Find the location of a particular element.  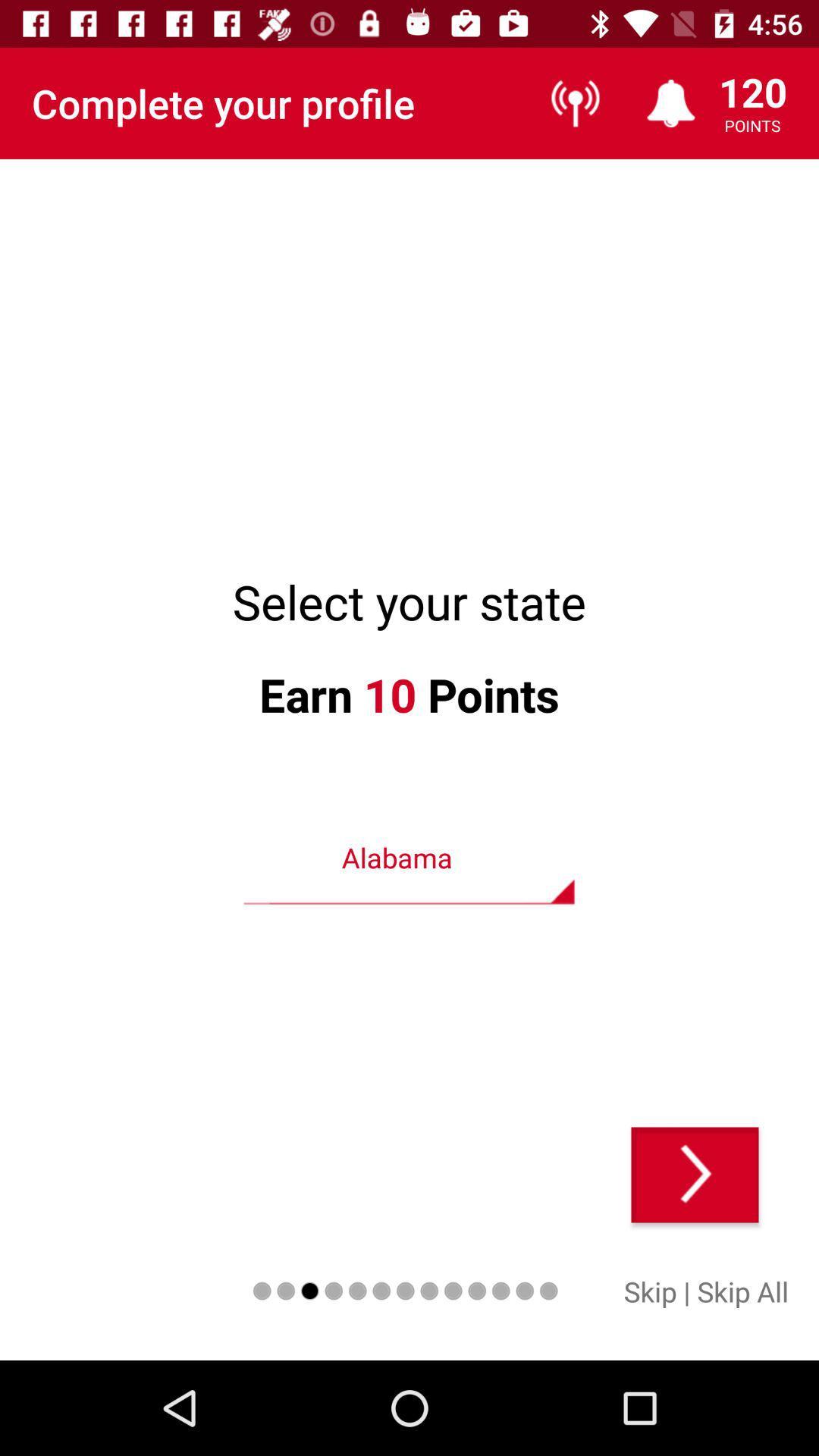

skip all icon is located at coordinates (742, 1291).